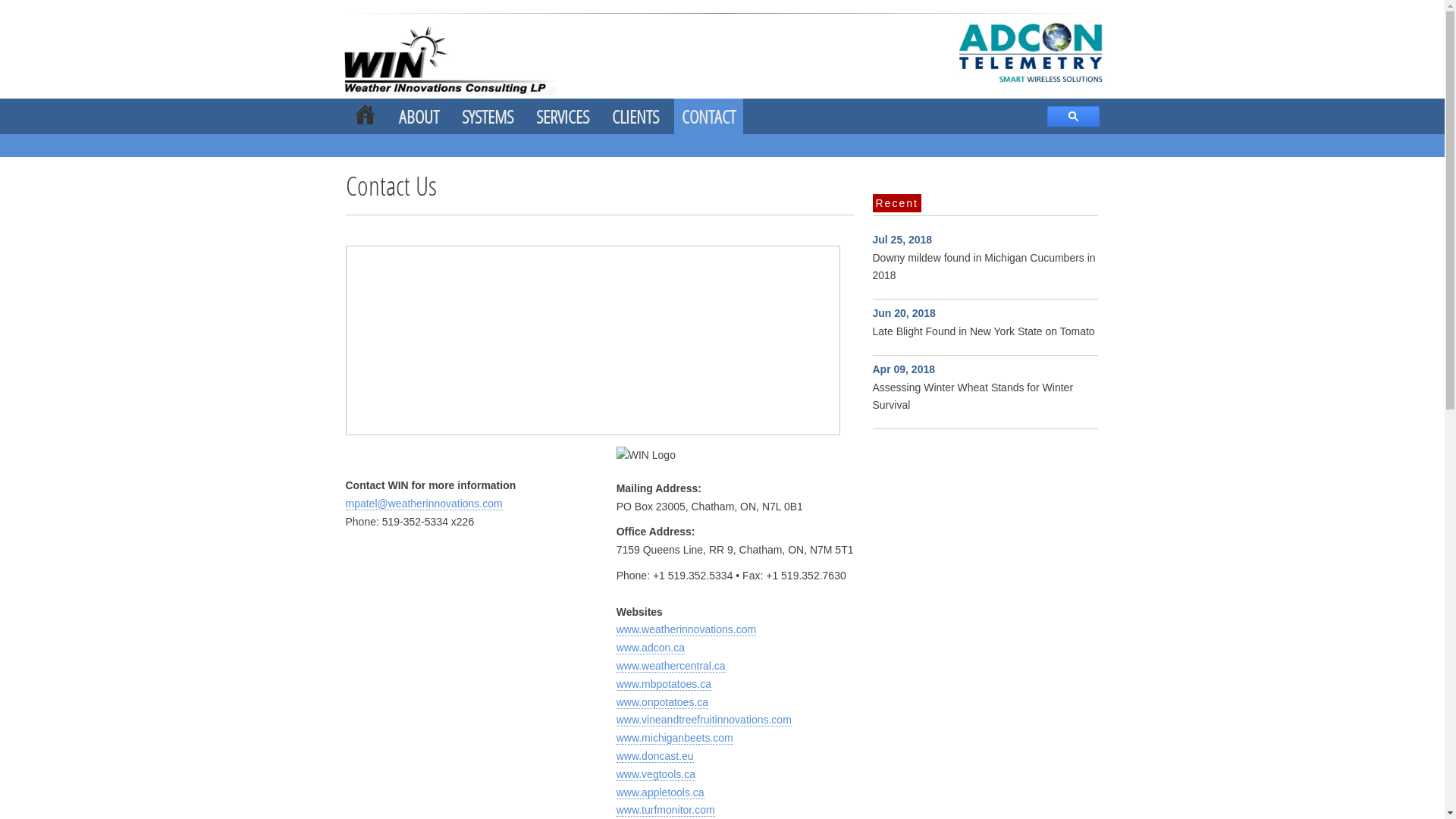 The height and width of the screenshot is (819, 1456). What do you see at coordinates (651, 648) in the screenshot?
I see `'www.adcon.ca'` at bounding box center [651, 648].